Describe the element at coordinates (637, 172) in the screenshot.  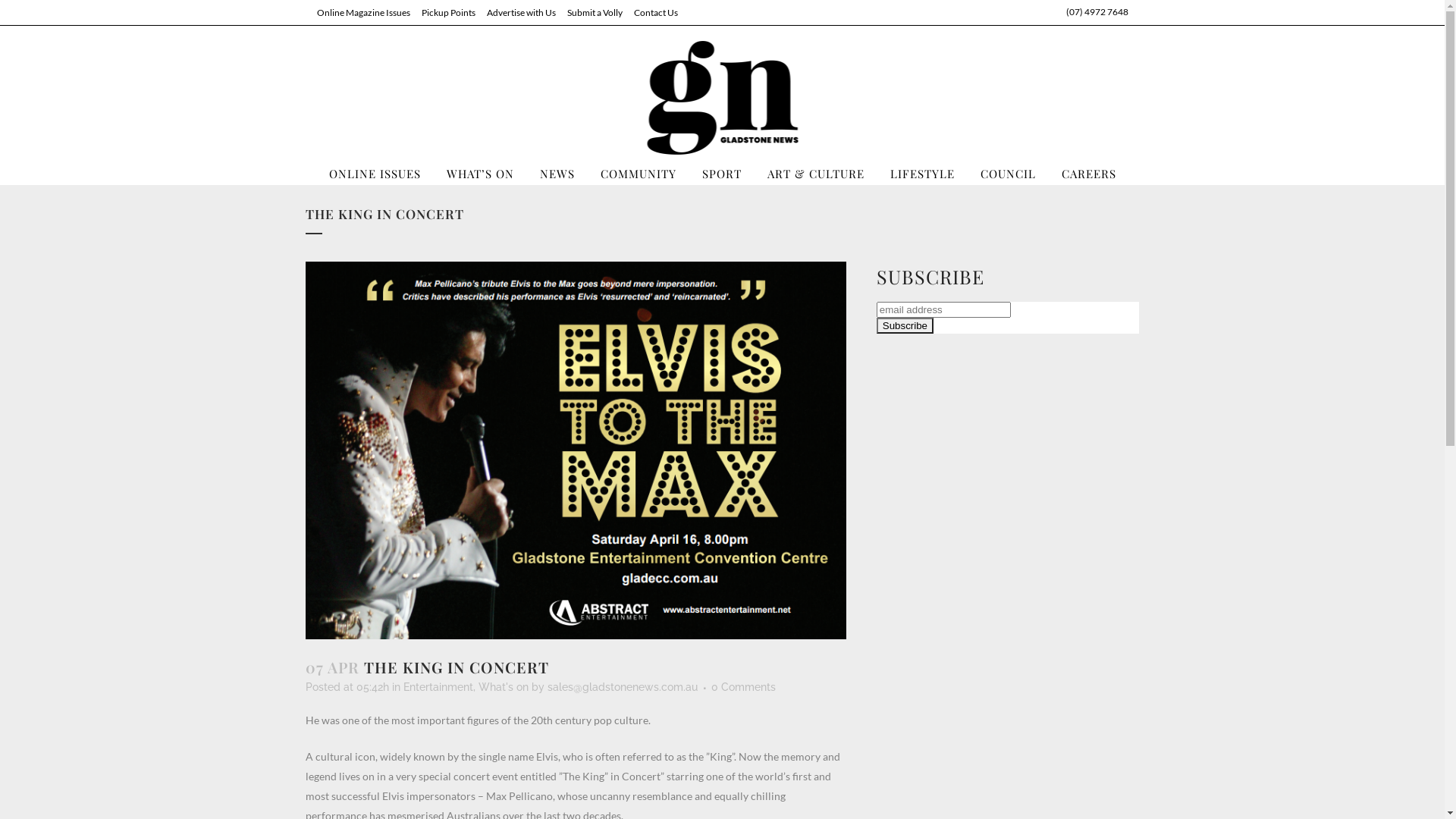
I see `'COMMUNITY'` at that location.